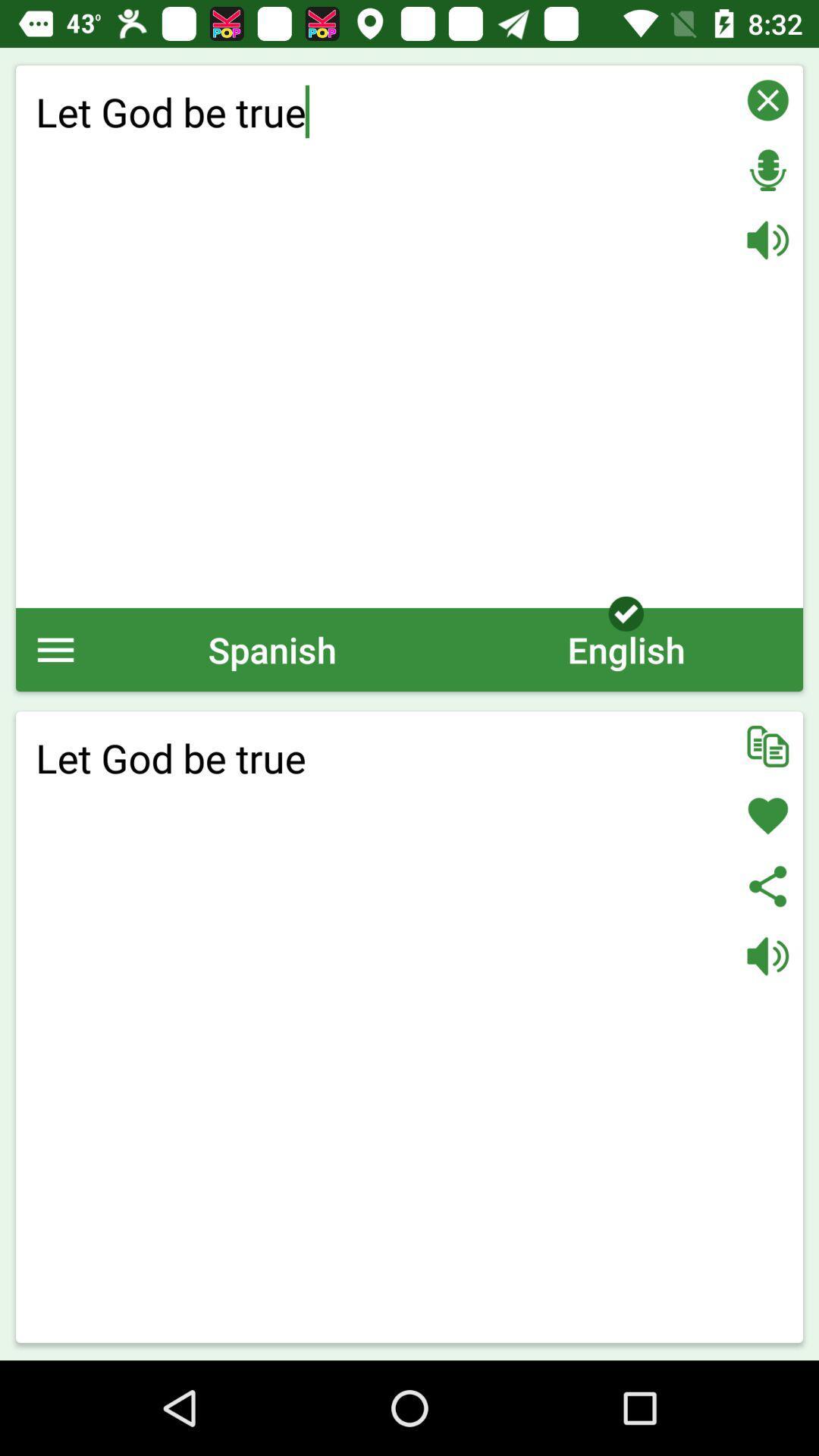 This screenshot has height=1456, width=819. I want to click on speak the text, so click(767, 955).